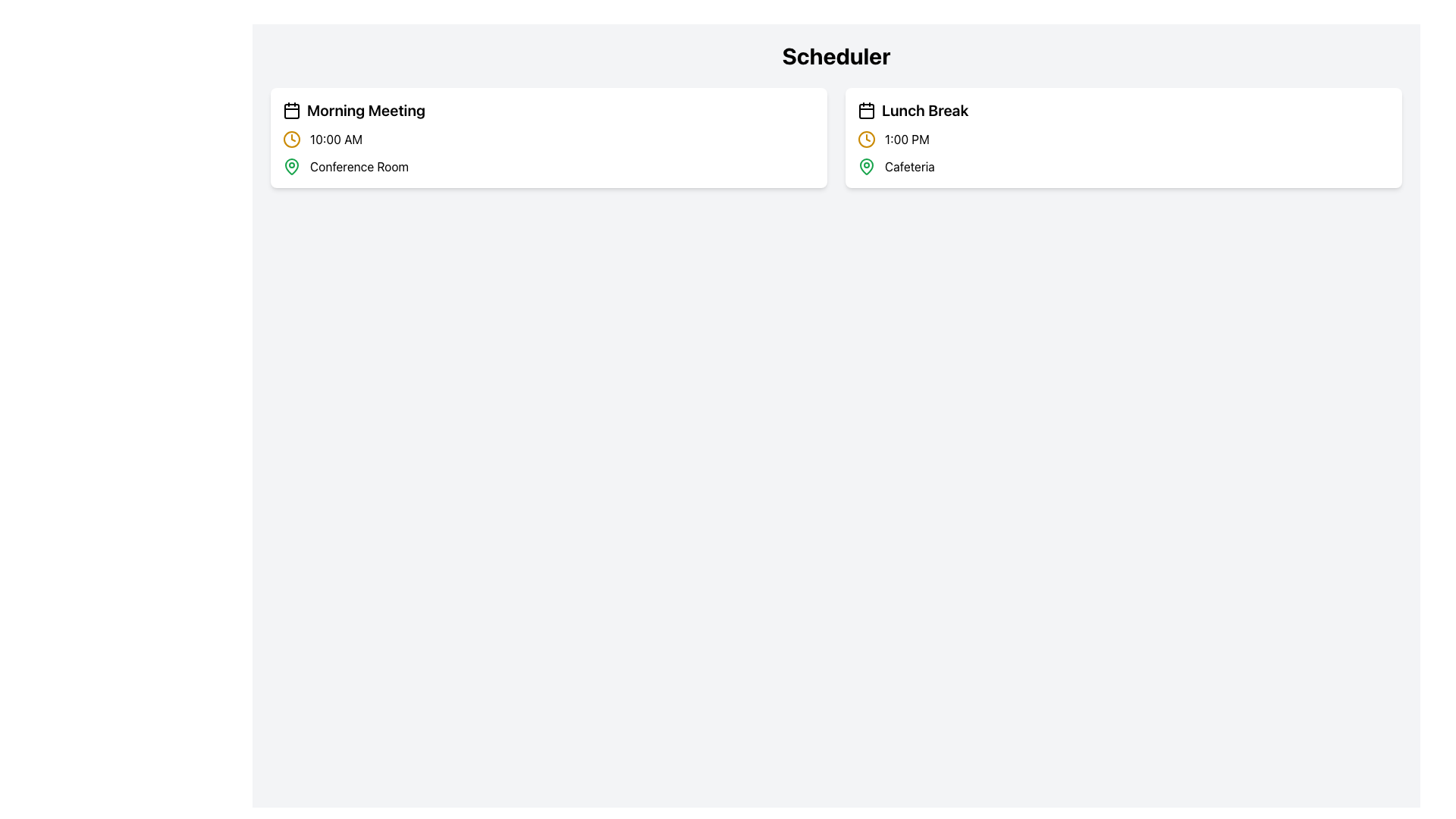 This screenshot has width=1456, height=819. I want to click on the map pin icon located to the left of the text 'Conference Room', so click(291, 166).